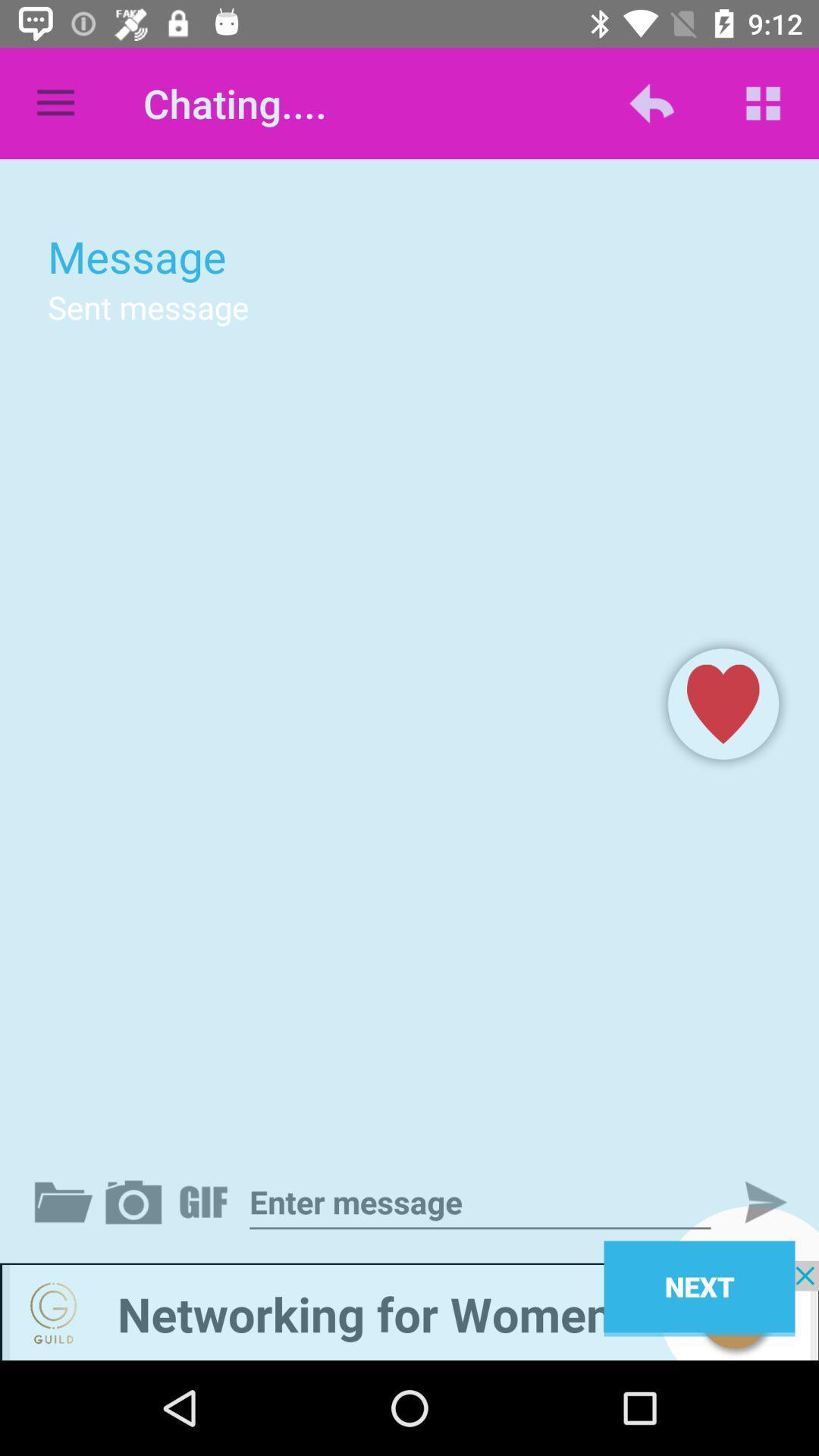  Describe the element at coordinates (206, 1201) in the screenshot. I see `the sliders icon` at that location.